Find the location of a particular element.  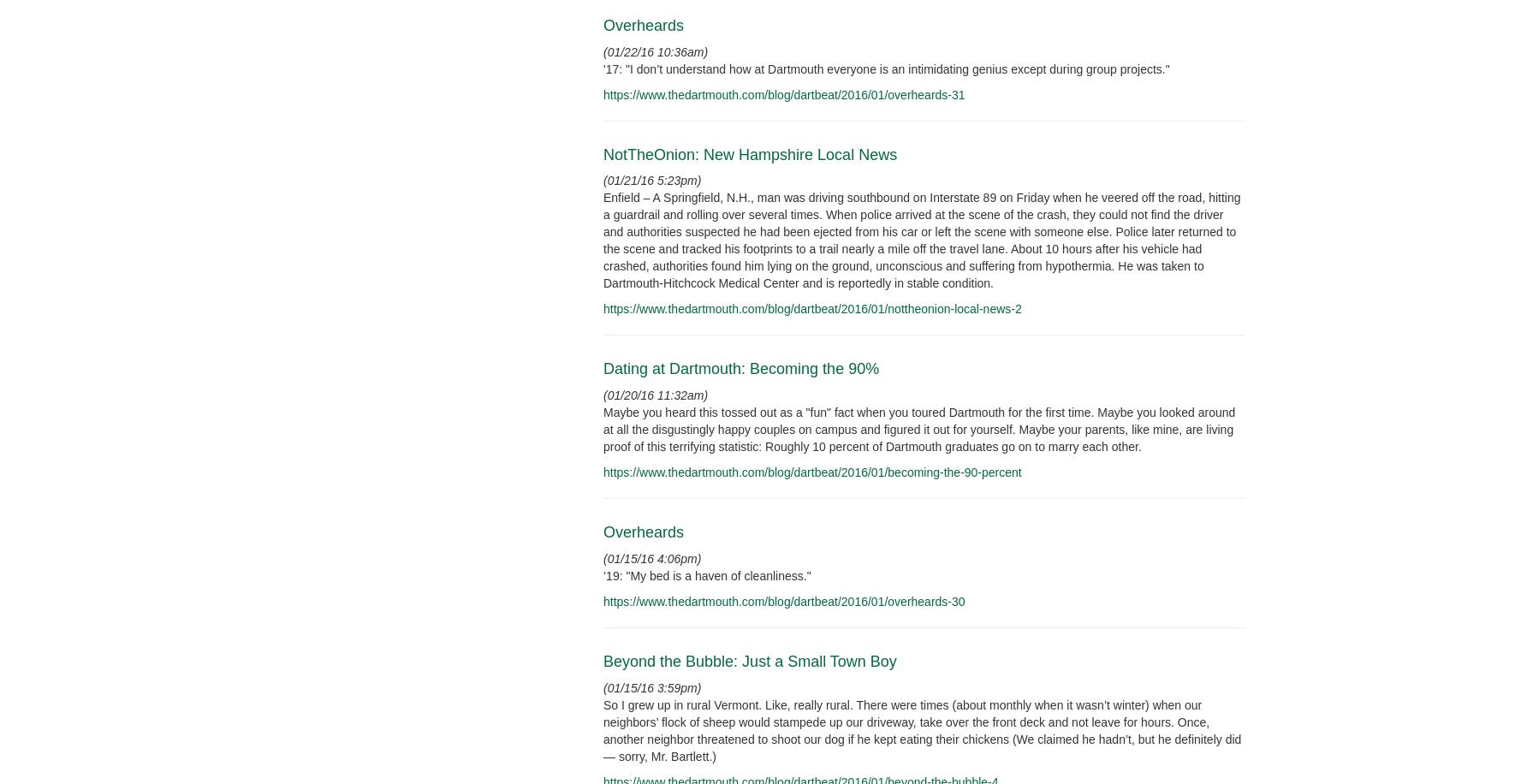

'https://www.thedartmouth.com/blog/dartbeat/2016/01/overheards-30' is located at coordinates (782, 602).